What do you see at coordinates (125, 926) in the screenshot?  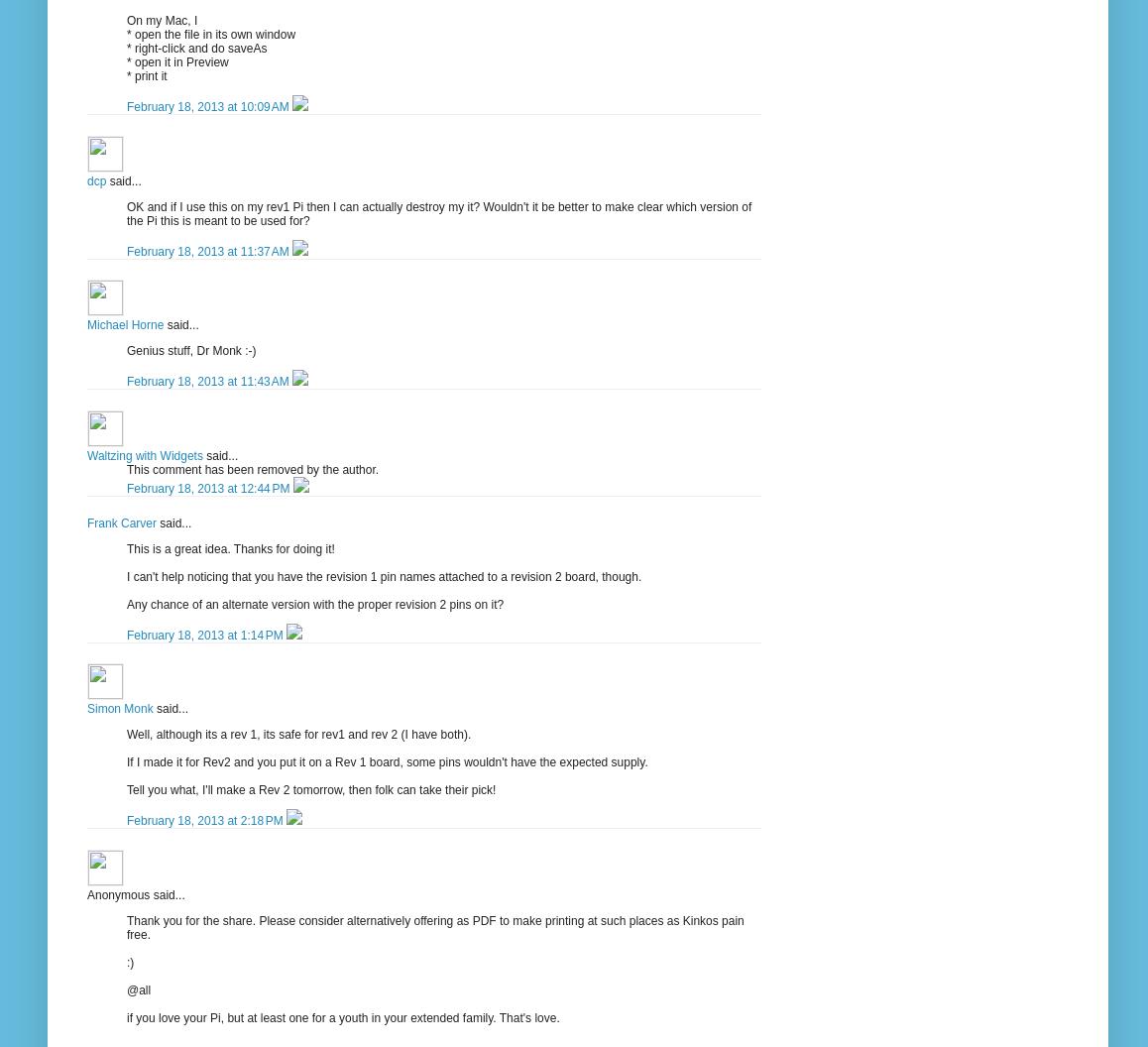 I see `'Thank you for the share.  Please consider alternatively offering as PDF to make printing at such places as Kinkos pain free.'` at bounding box center [125, 926].